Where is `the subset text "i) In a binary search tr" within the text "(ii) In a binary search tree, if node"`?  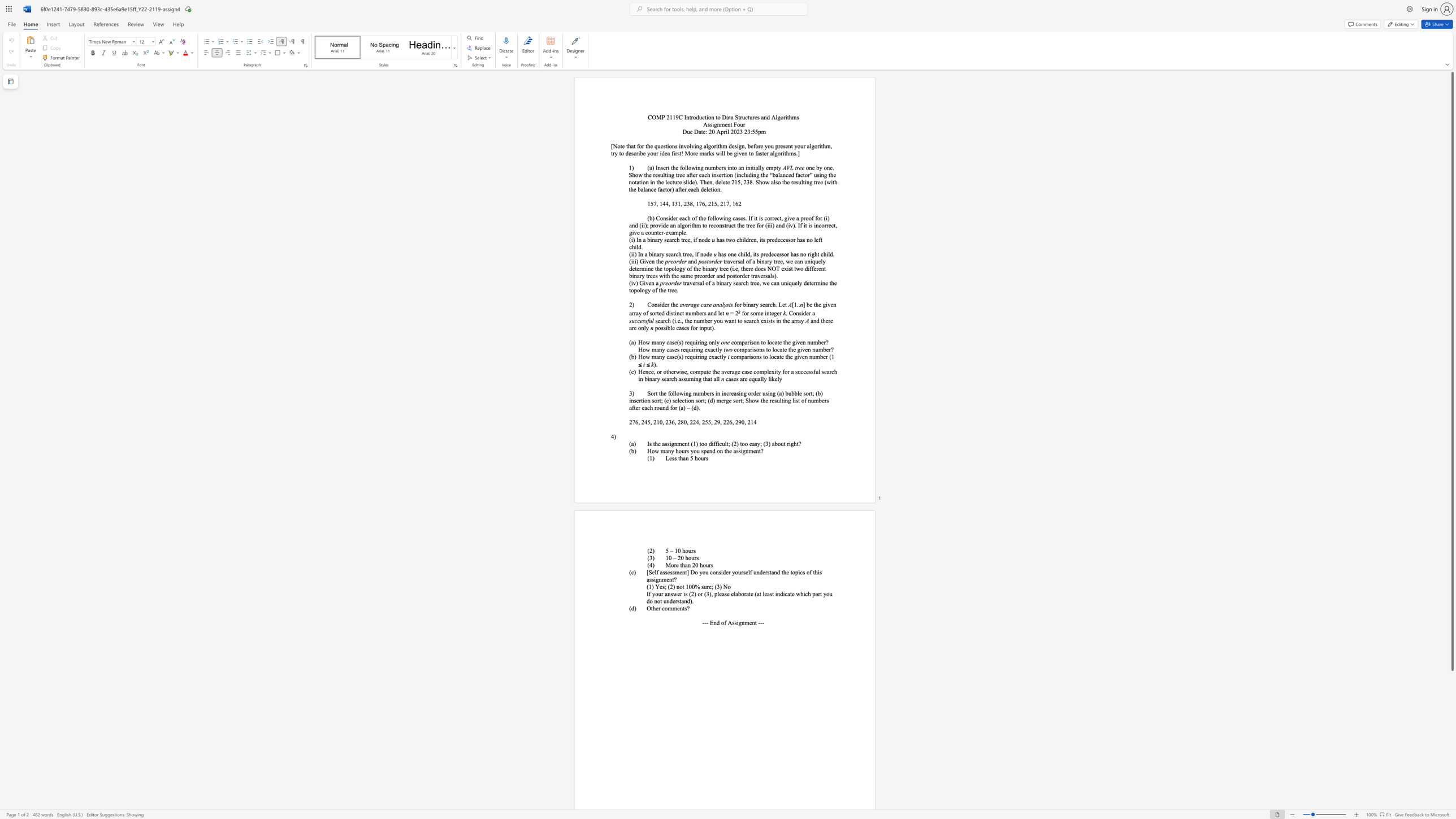
the subset text "i) In a binary search tr" within the text "(ii) In a binary search tree, if node" is located at coordinates (632, 254).